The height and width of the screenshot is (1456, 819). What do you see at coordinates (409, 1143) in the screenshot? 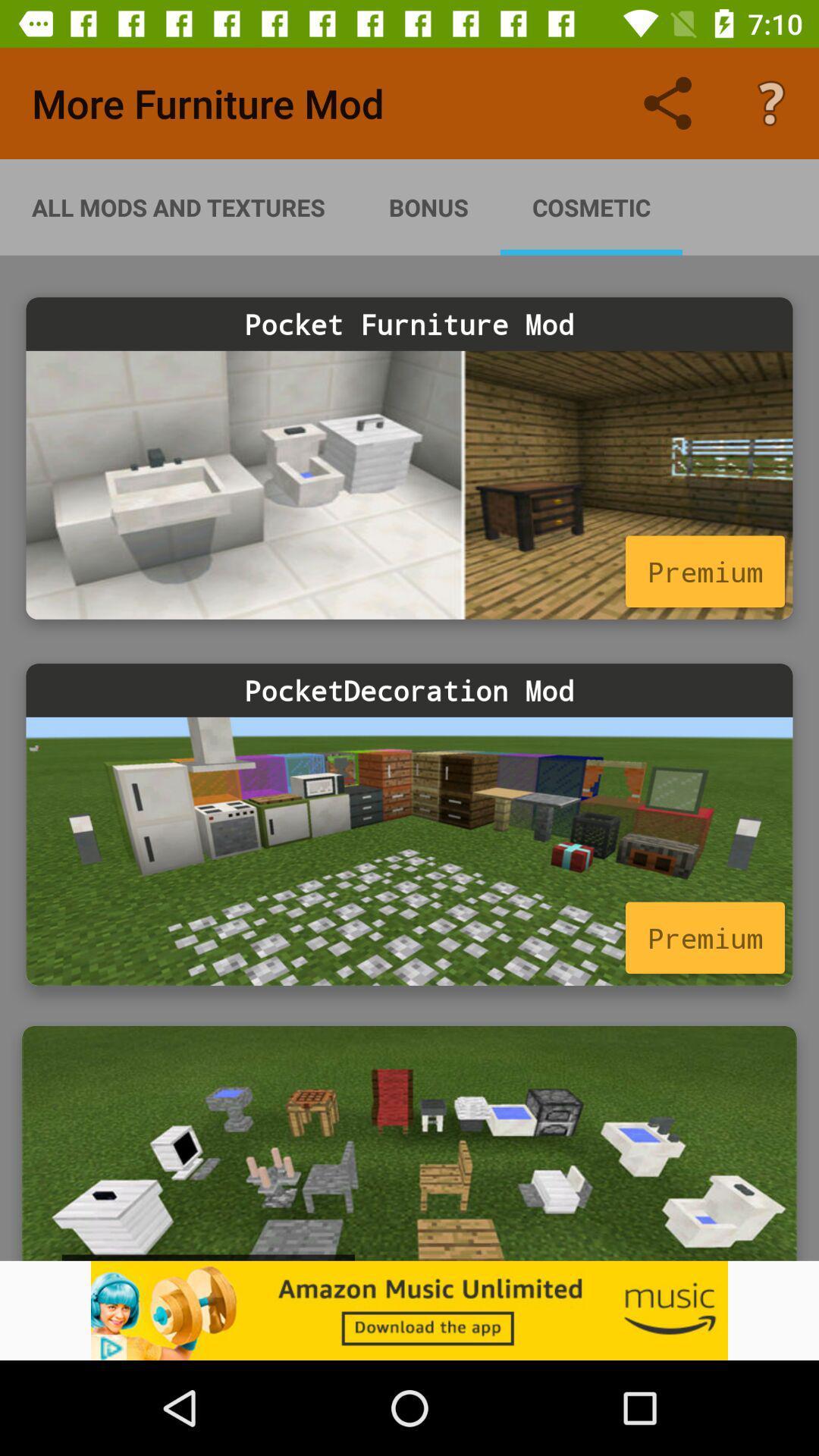
I see `open mod` at bounding box center [409, 1143].